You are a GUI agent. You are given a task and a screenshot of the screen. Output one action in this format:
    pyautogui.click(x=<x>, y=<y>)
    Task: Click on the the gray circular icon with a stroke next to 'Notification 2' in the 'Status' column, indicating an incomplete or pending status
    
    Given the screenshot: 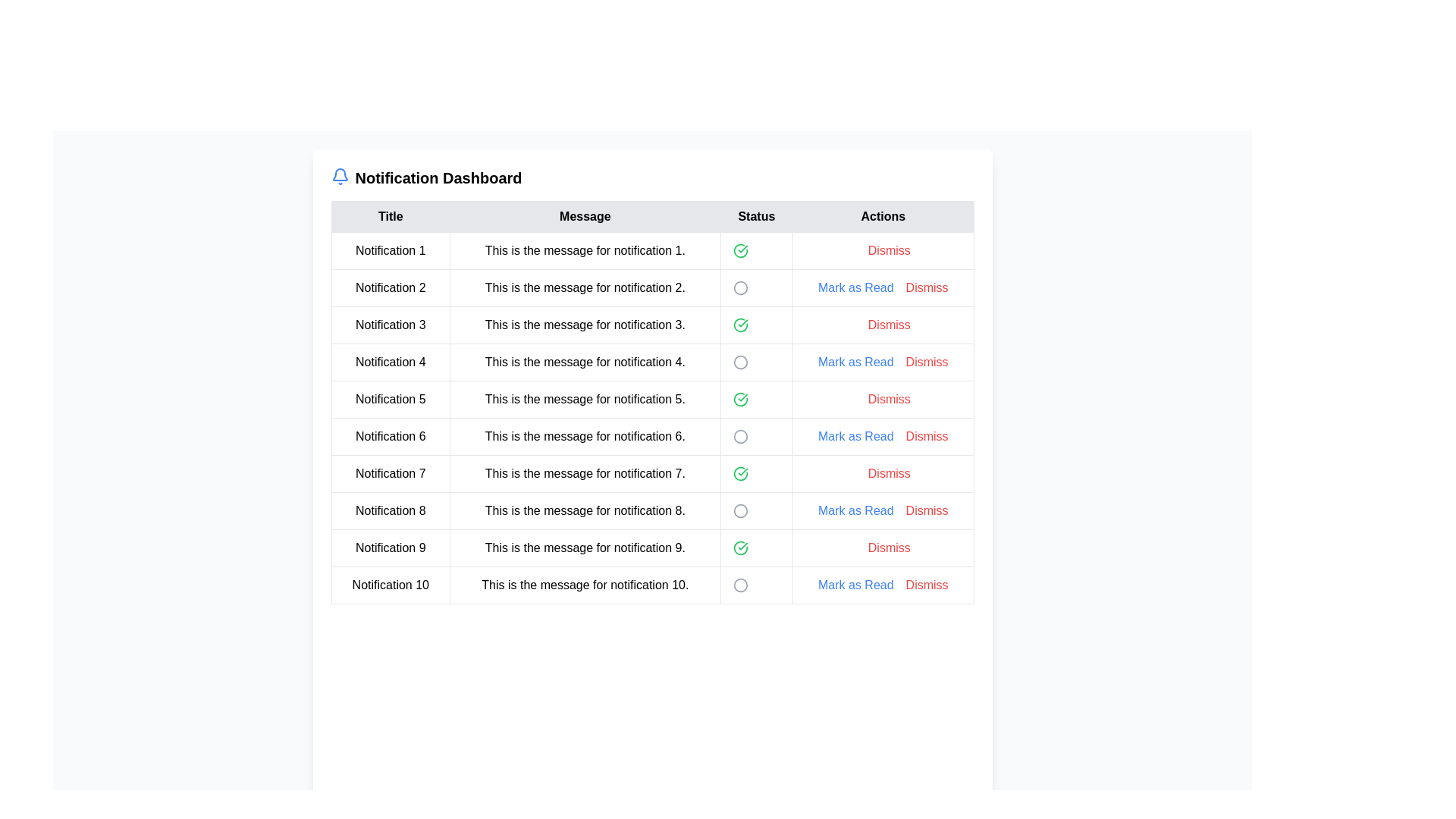 What is the action you would take?
    pyautogui.click(x=740, y=288)
    